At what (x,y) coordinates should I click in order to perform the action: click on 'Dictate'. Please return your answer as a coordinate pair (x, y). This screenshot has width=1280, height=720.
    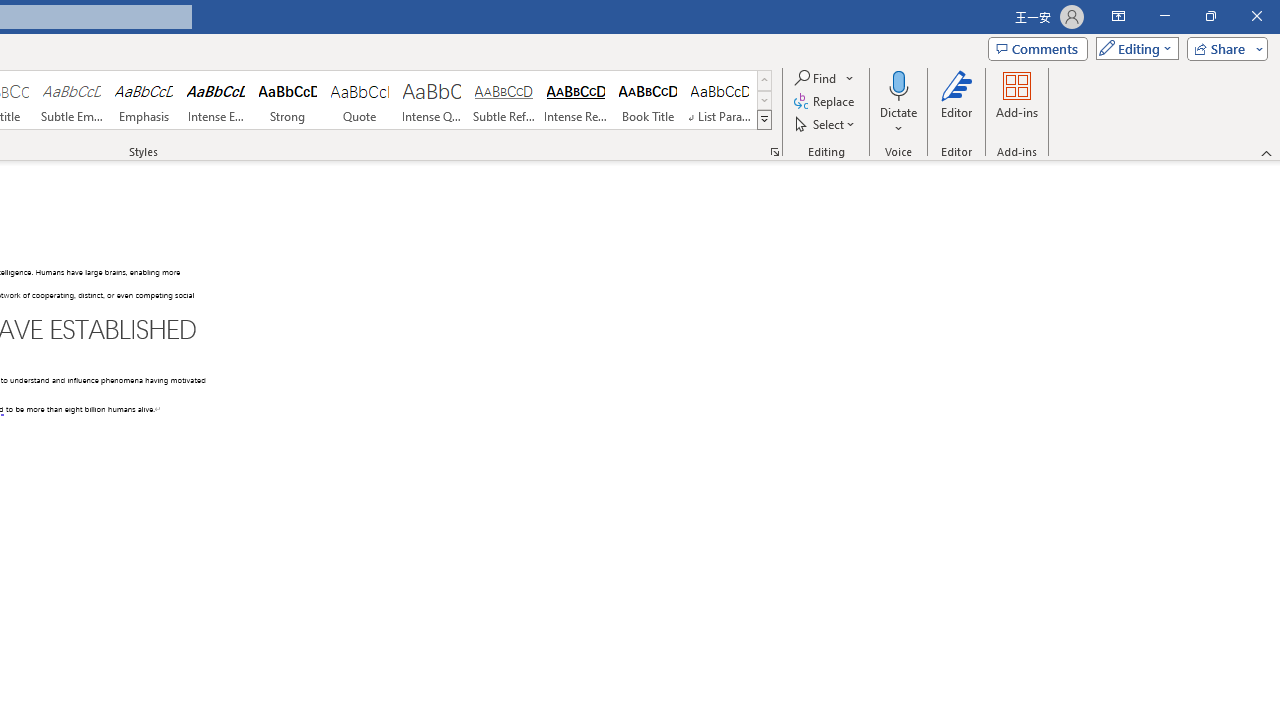
    Looking at the image, I should click on (898, 103).